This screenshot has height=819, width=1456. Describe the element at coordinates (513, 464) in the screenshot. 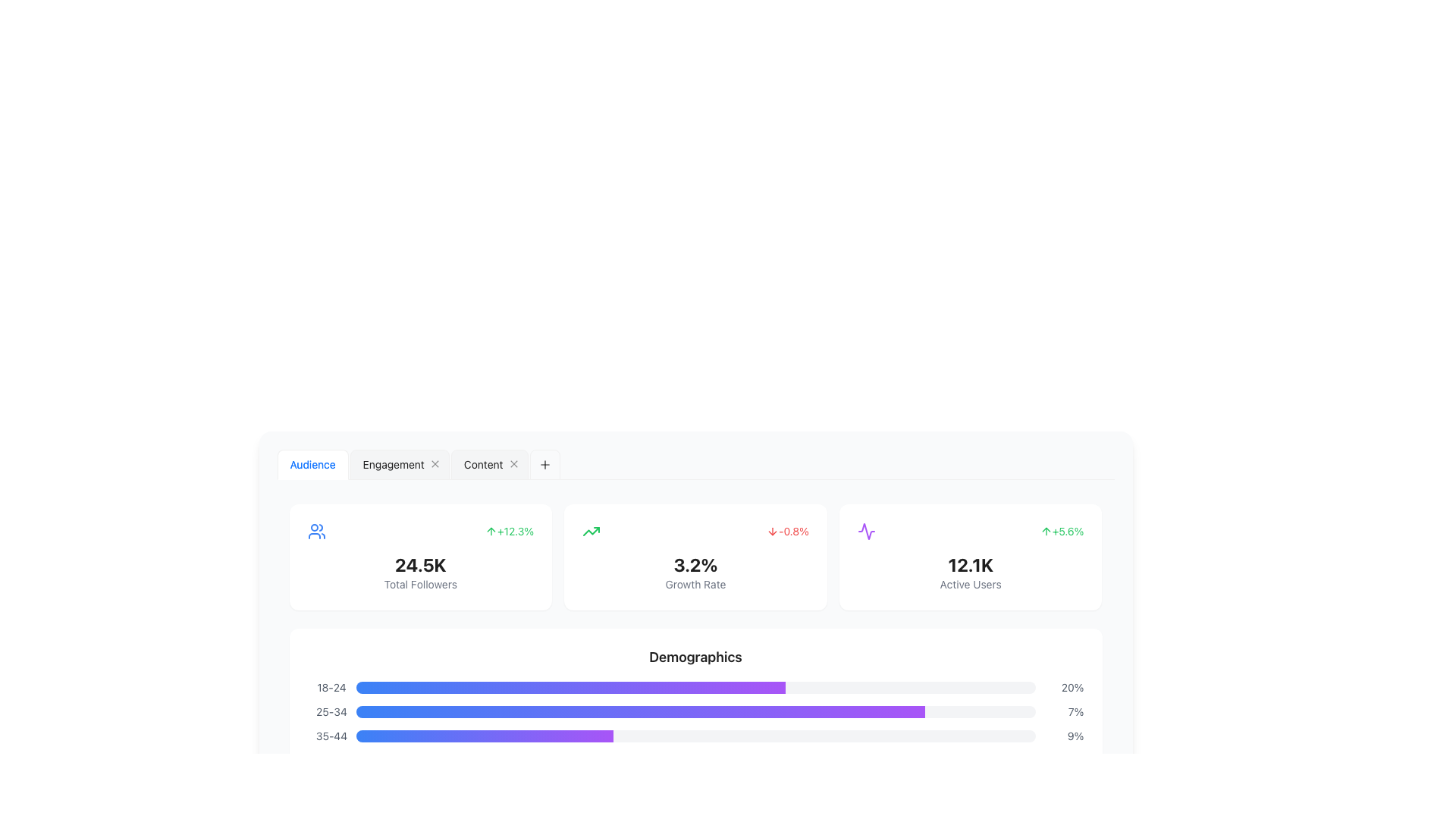

I see `the remove or close button located to the right of the 'Content' tab in the tabbed navigation bar` at that location.